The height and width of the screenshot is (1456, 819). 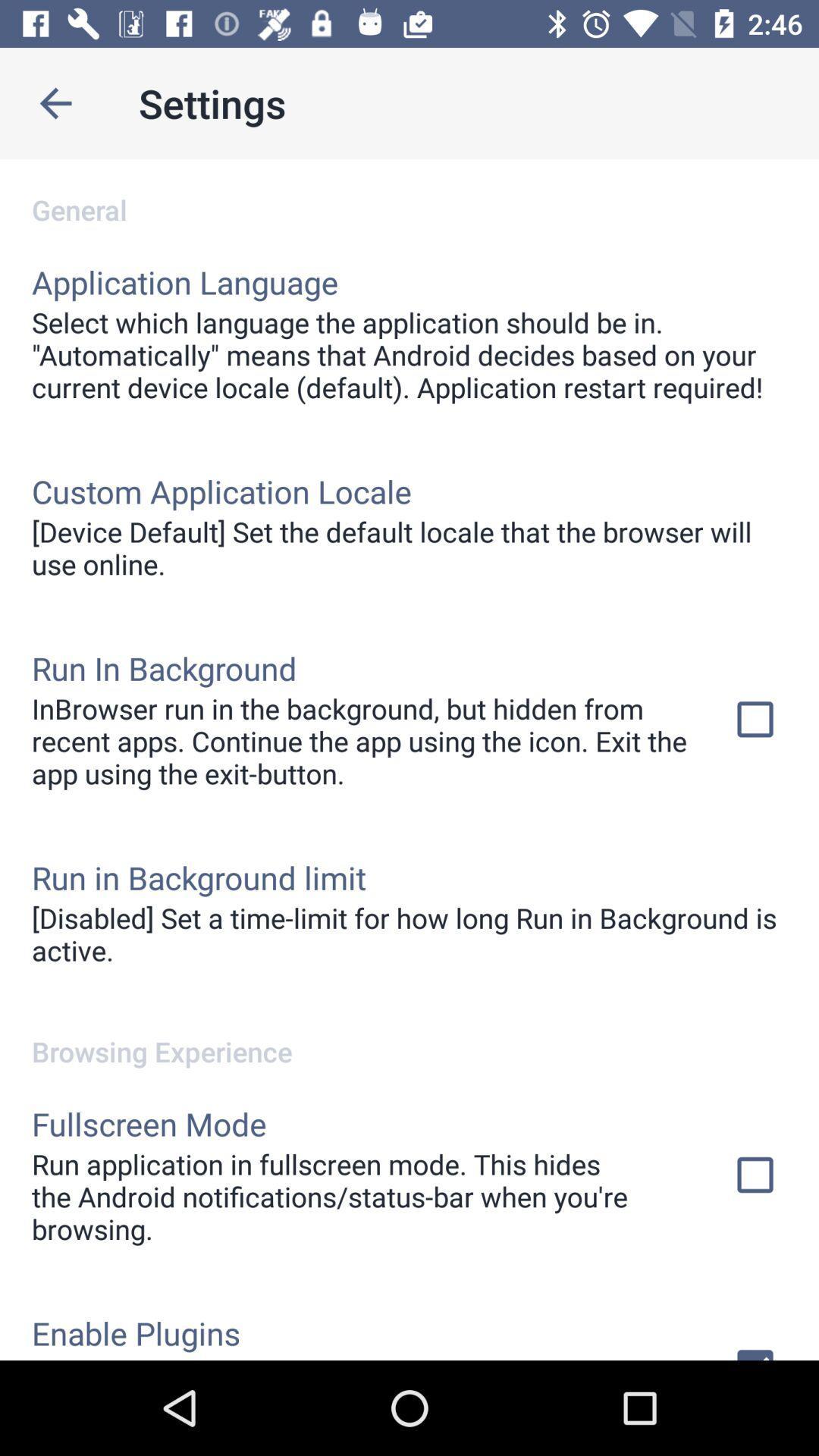 What do you see at coordinates (55, 102) in the screenshot?
I see `the app above general app` at bounding box center [55, 102].